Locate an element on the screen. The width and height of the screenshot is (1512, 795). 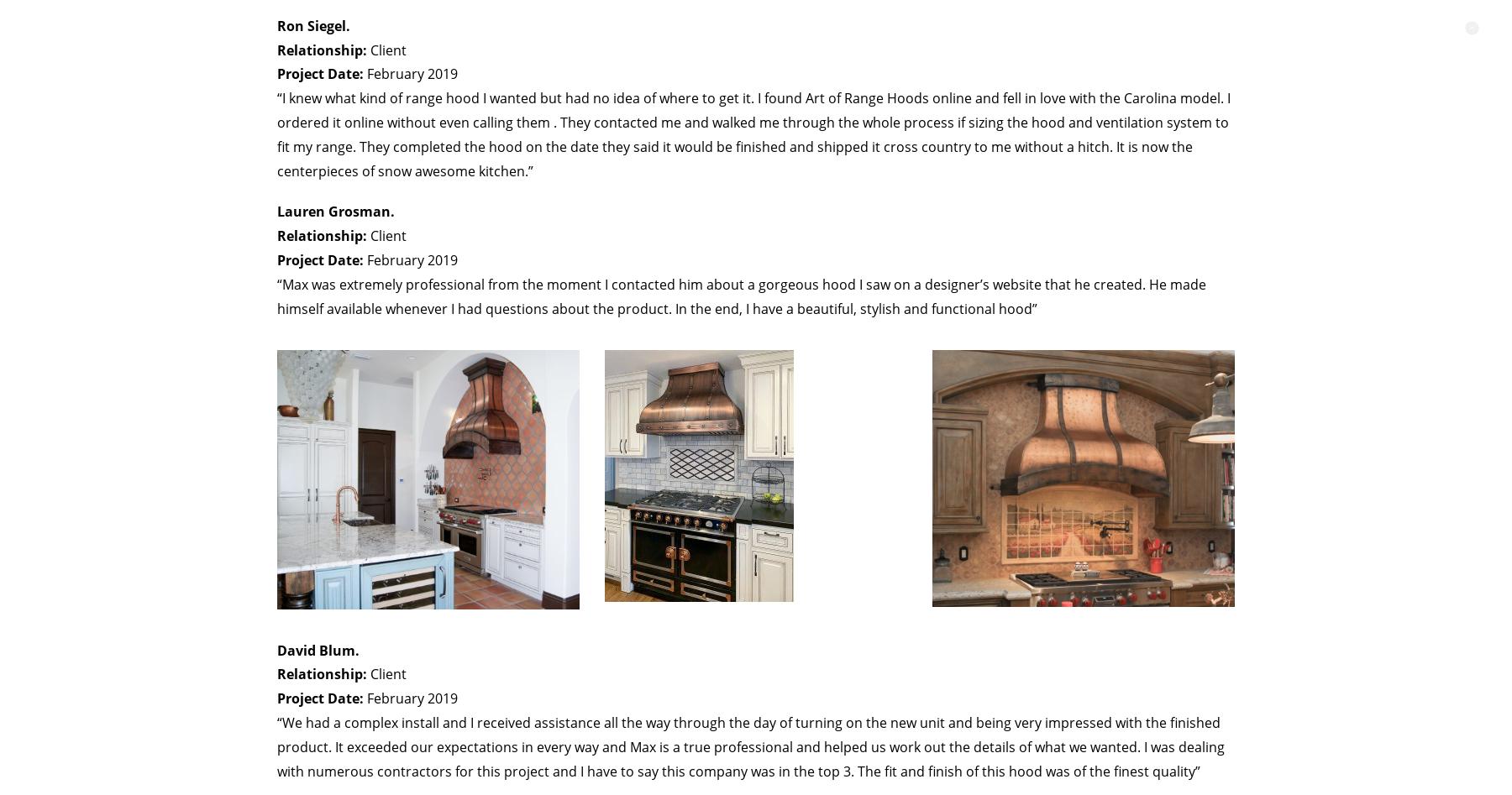
'Lauren Grosman.' is located at coordinates (335, 211).